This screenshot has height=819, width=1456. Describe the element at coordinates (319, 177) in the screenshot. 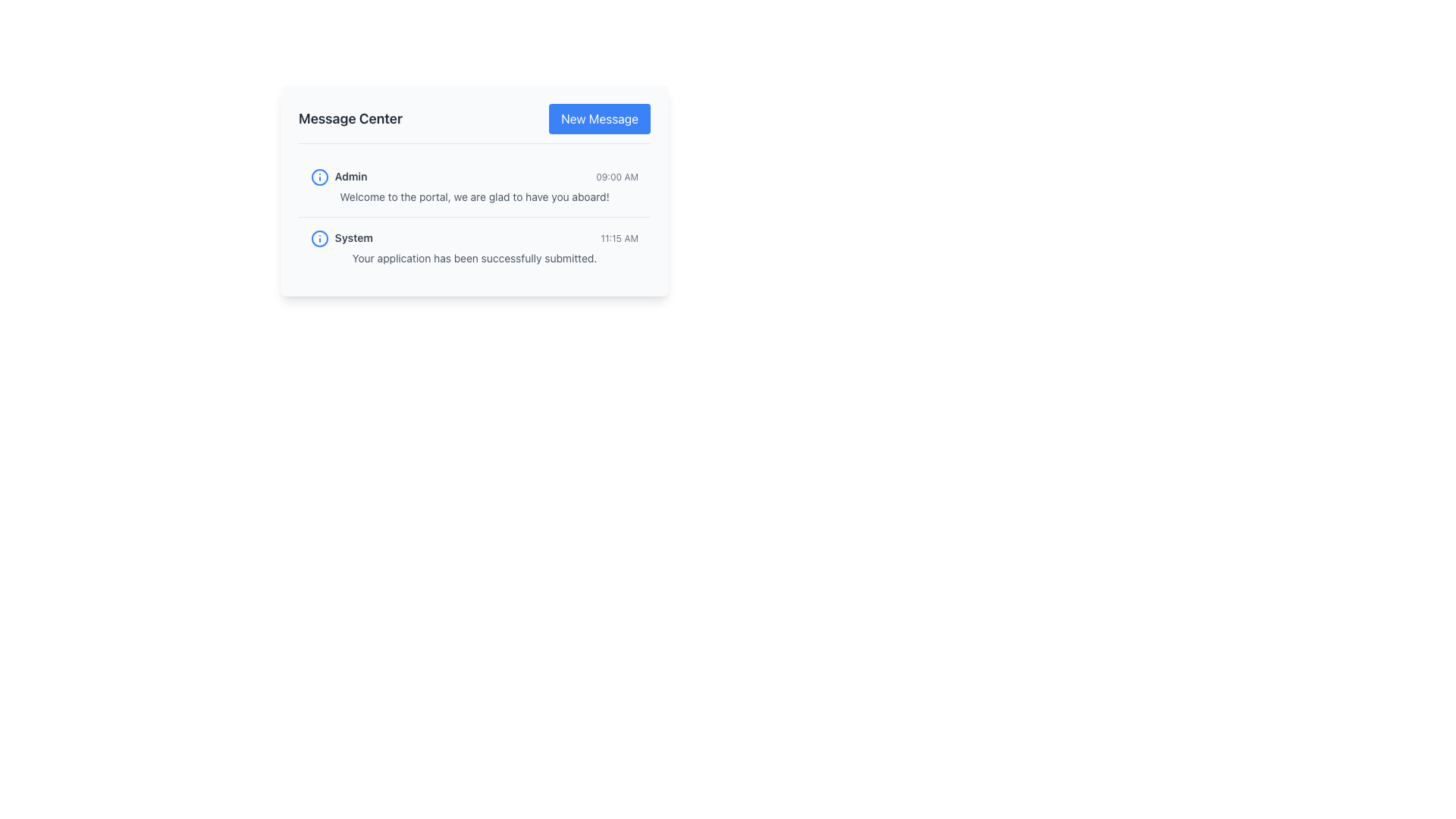

I see `the small circular SVG icon with a blue border and a white fill located in the second row of the message center, directly preceding the 'System' label` at that location.